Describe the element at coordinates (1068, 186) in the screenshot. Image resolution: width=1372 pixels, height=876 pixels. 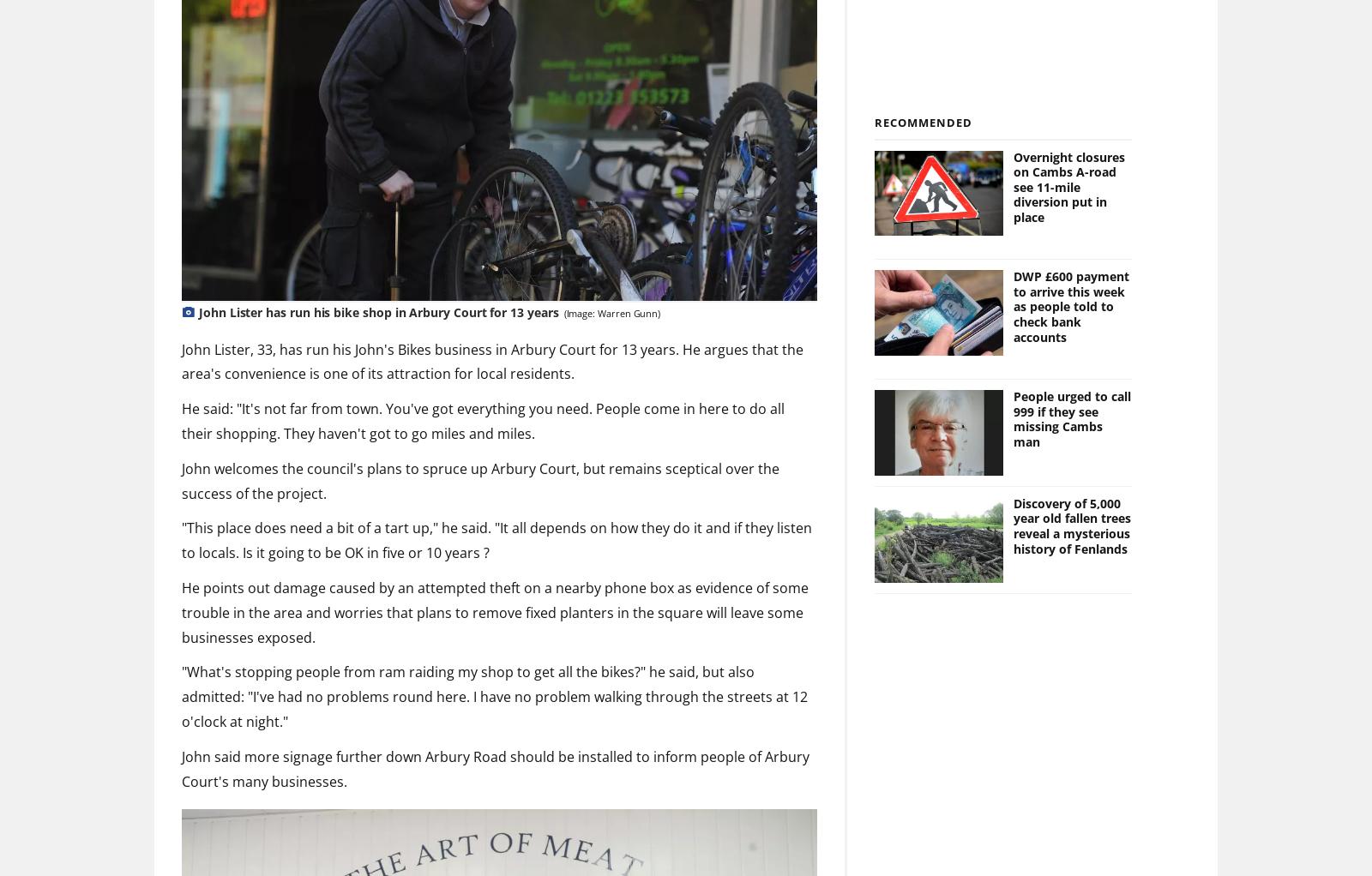
I see `'Overnight closures on Cambs A-road see 11-mile diversion put in place'` at that location.